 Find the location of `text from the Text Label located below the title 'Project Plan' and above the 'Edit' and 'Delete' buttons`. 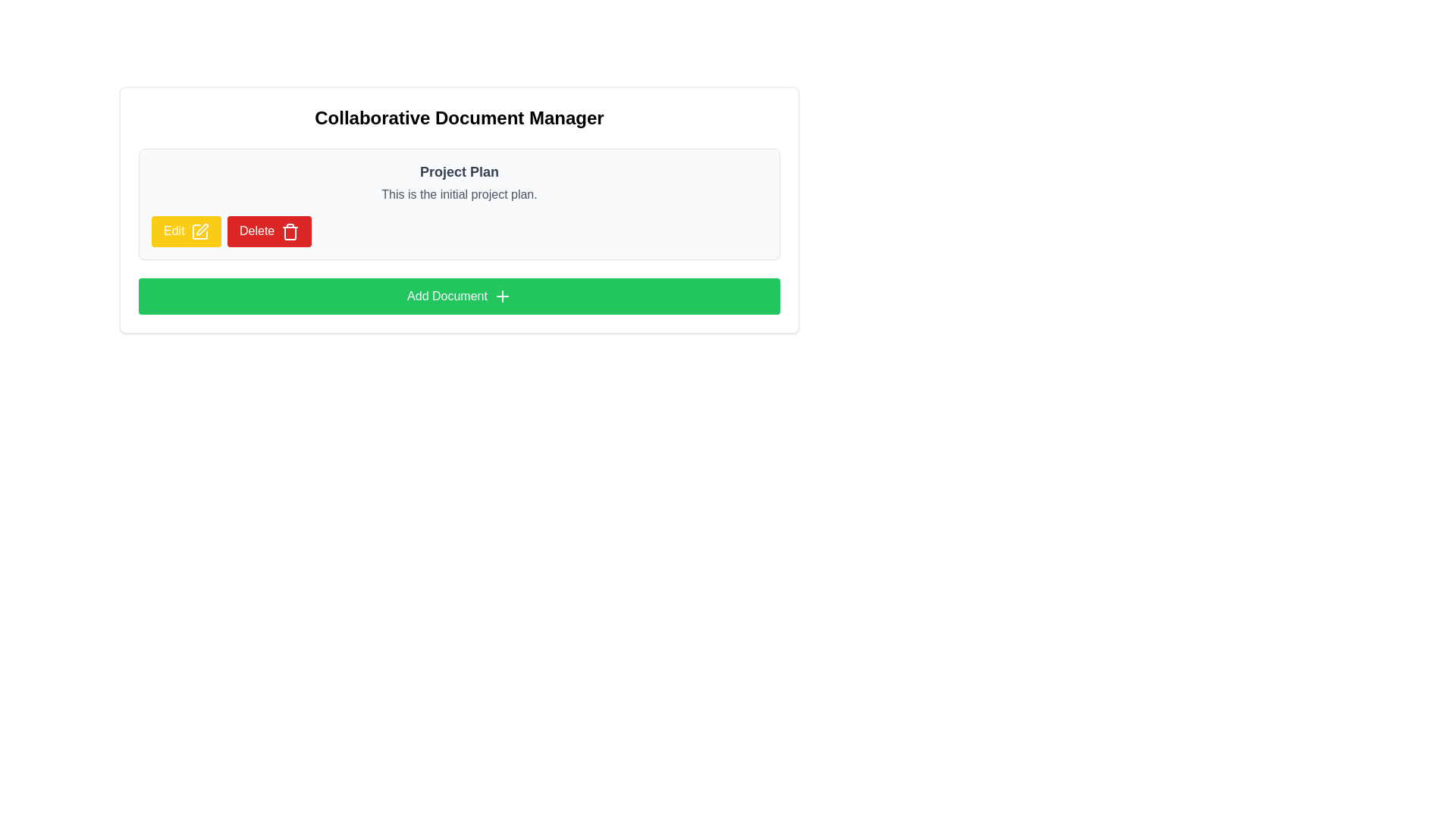

text from the Text Label located below the title 'Project Plan' and above the 'Edit' and 'Delete' buttons is located at coordinates (458, 194).